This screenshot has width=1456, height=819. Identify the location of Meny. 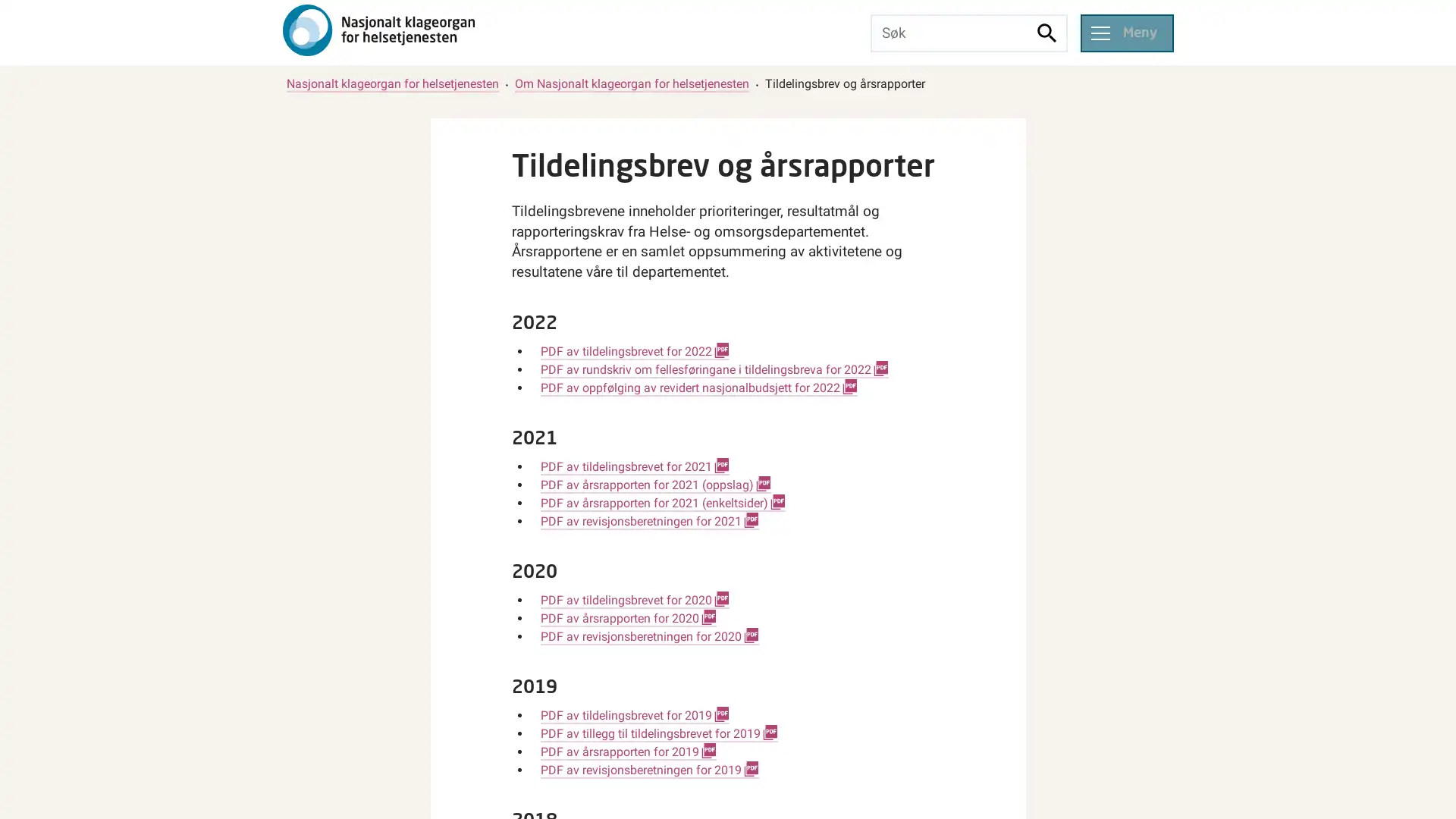
(1126, 32).